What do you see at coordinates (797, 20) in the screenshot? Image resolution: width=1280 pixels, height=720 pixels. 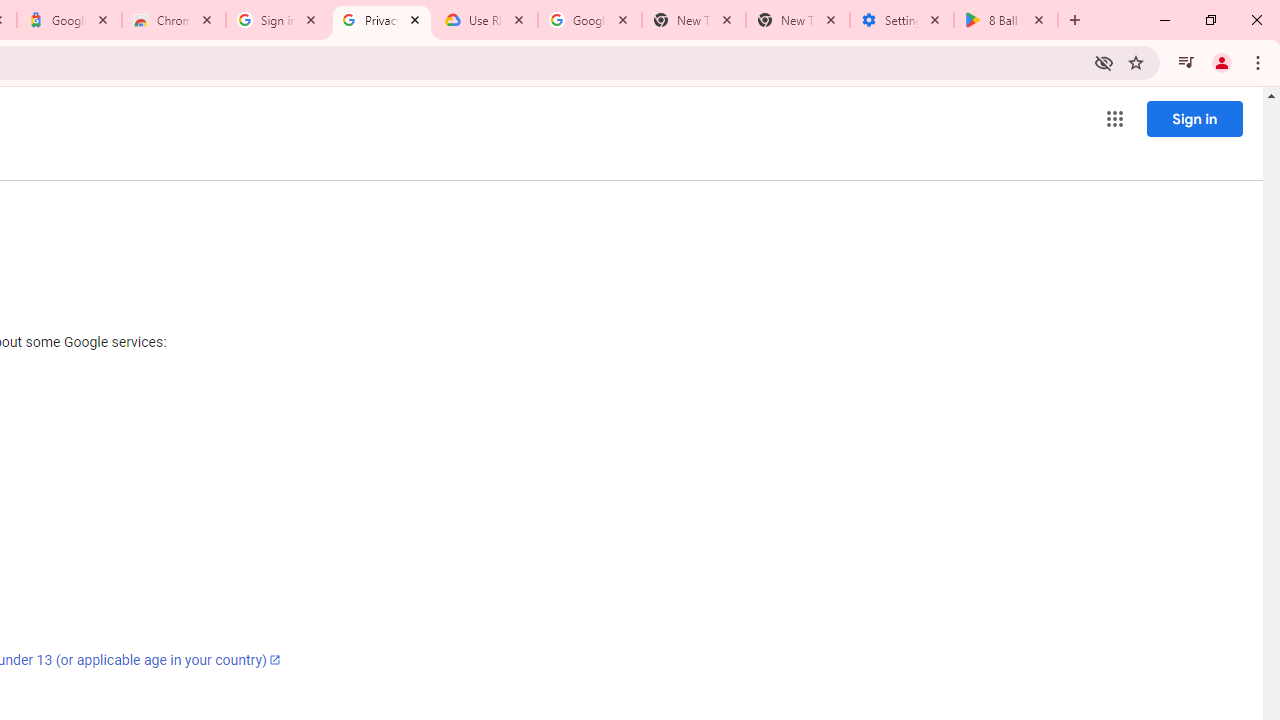 I see `'New Tab'` at bounding box center [797, 20].